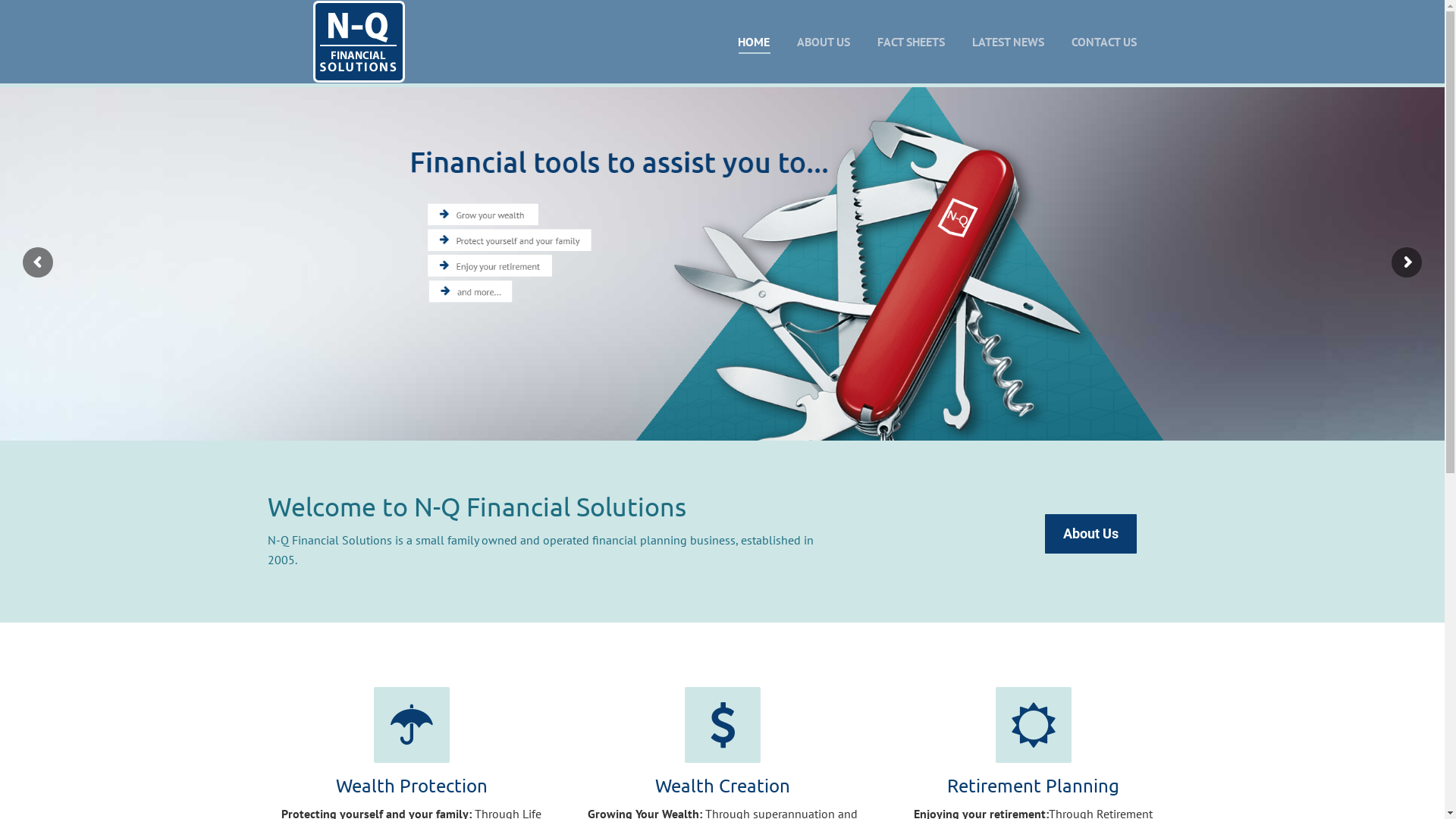 The image size is (1456, 819). I want to click on 'FACT SHEETS', so click(910, 40).